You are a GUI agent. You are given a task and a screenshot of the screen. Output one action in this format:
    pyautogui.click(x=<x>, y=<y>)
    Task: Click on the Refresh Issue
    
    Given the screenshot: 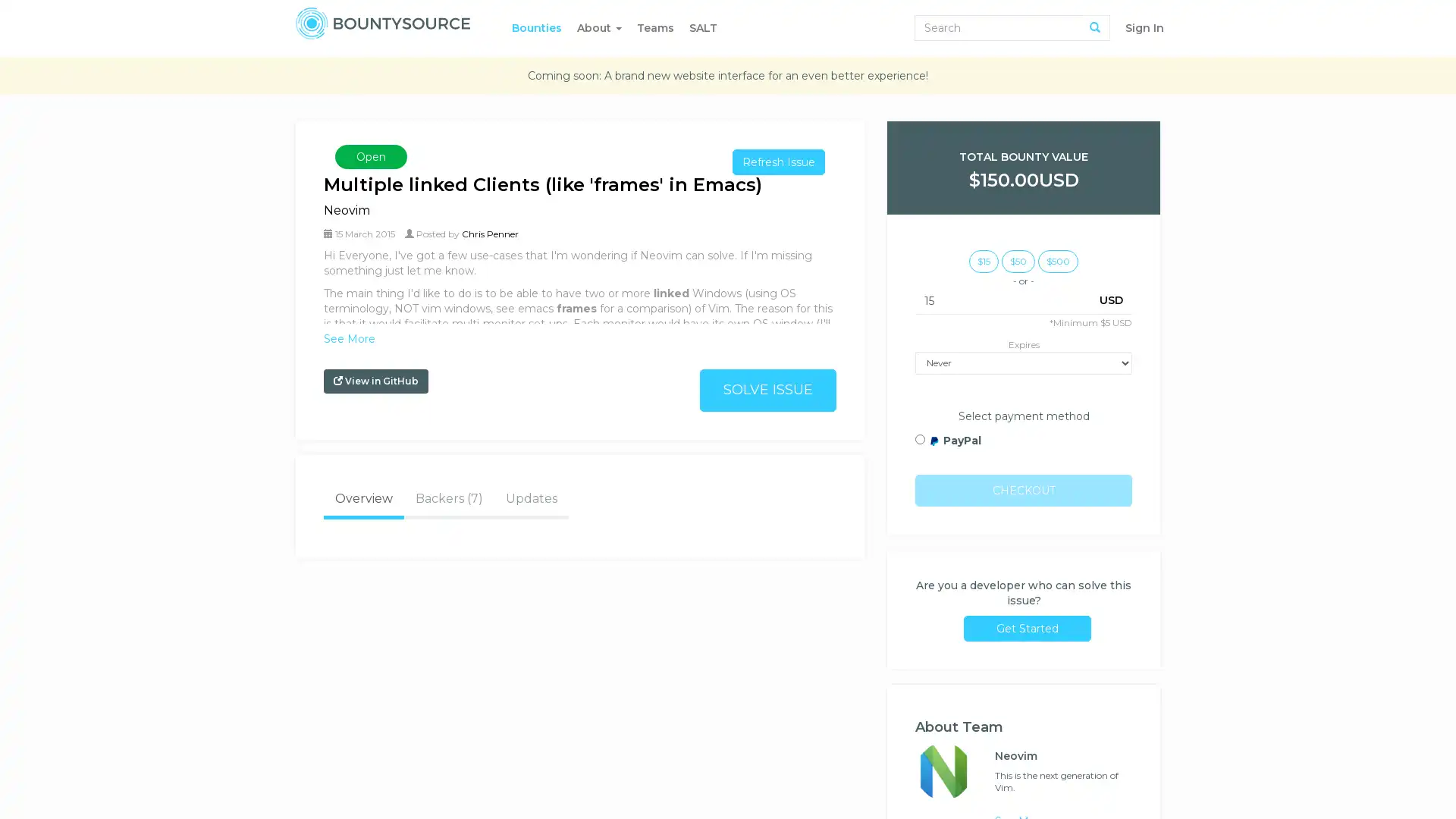 What is the action you would take?
    pyautogui.click(x=779, y=162)
    